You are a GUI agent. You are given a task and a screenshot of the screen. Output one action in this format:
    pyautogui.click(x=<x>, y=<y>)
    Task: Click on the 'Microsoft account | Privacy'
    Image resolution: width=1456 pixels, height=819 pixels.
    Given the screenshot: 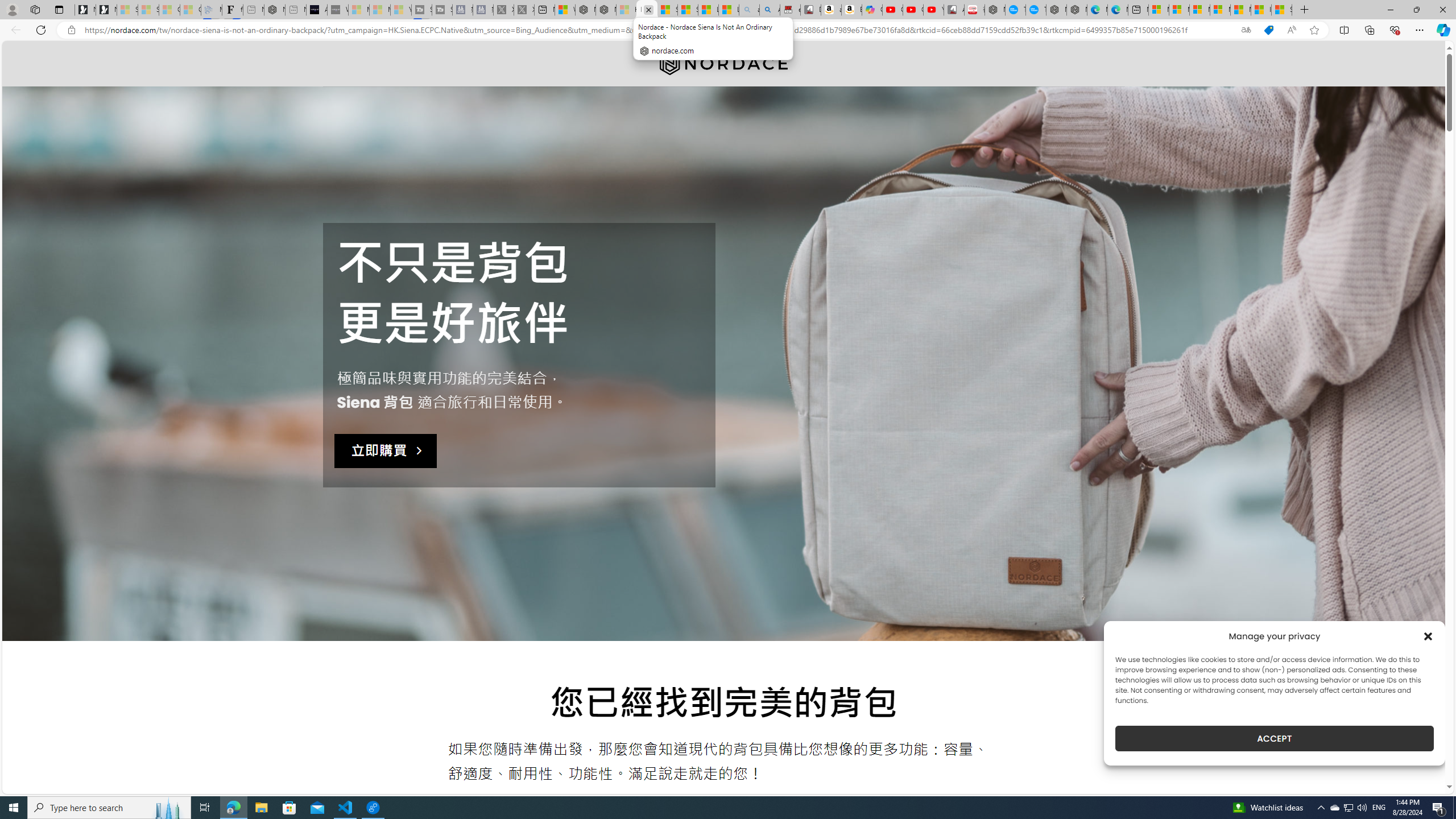 What is the action you would take?
    pyautogui.click(x=1219, y=9)
    